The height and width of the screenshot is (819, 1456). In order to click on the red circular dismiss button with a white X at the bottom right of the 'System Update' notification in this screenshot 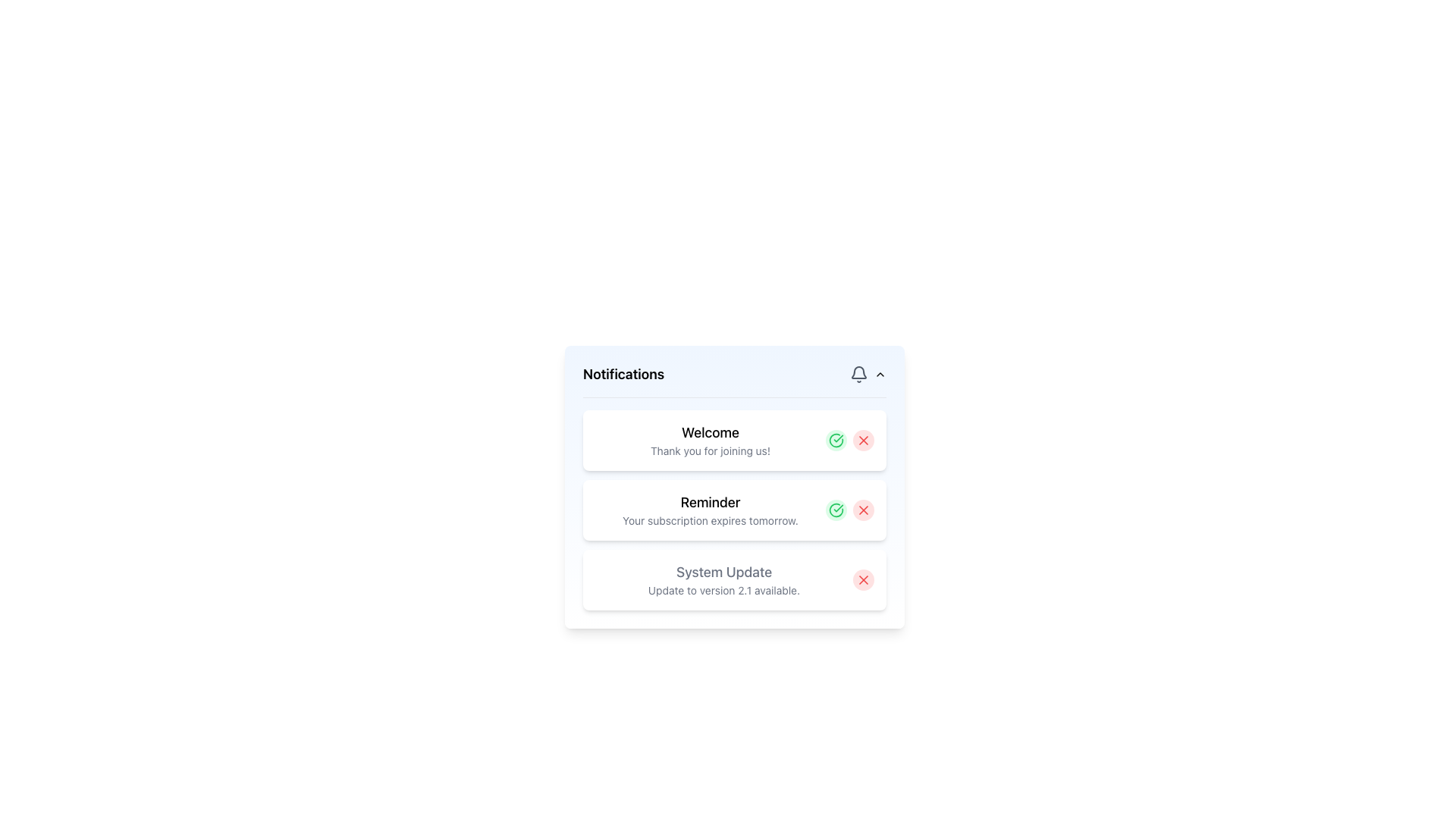, I will do `click(863, 579)`.